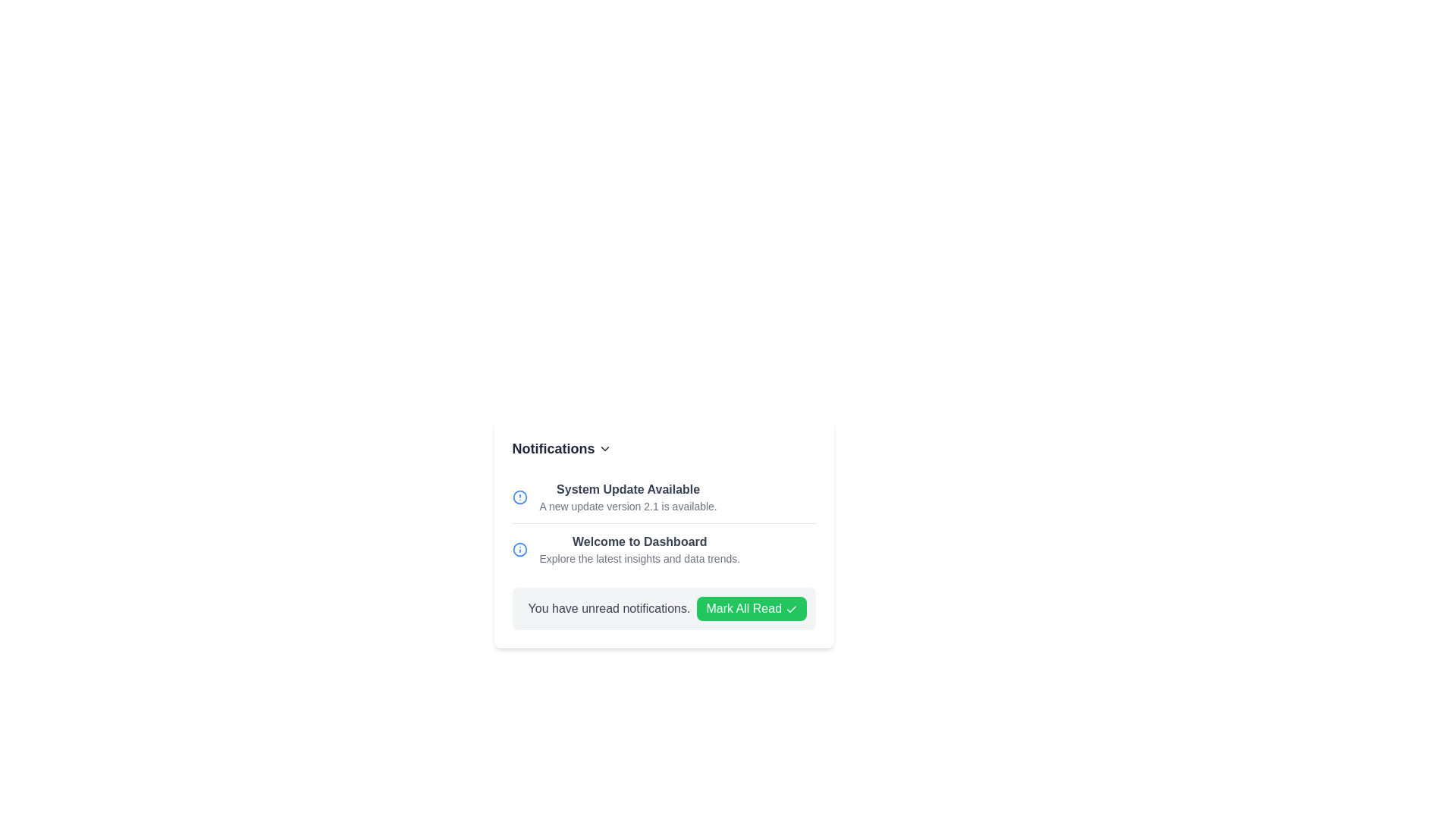 This screenshot has width=1456, height=819. What do you see at coordinates (519, 550) in the screenshot?
I see `SVG circle element with a blue stroke located near the upper left corner of the 'System Update Available' notification` at bounding box center [519, 550].